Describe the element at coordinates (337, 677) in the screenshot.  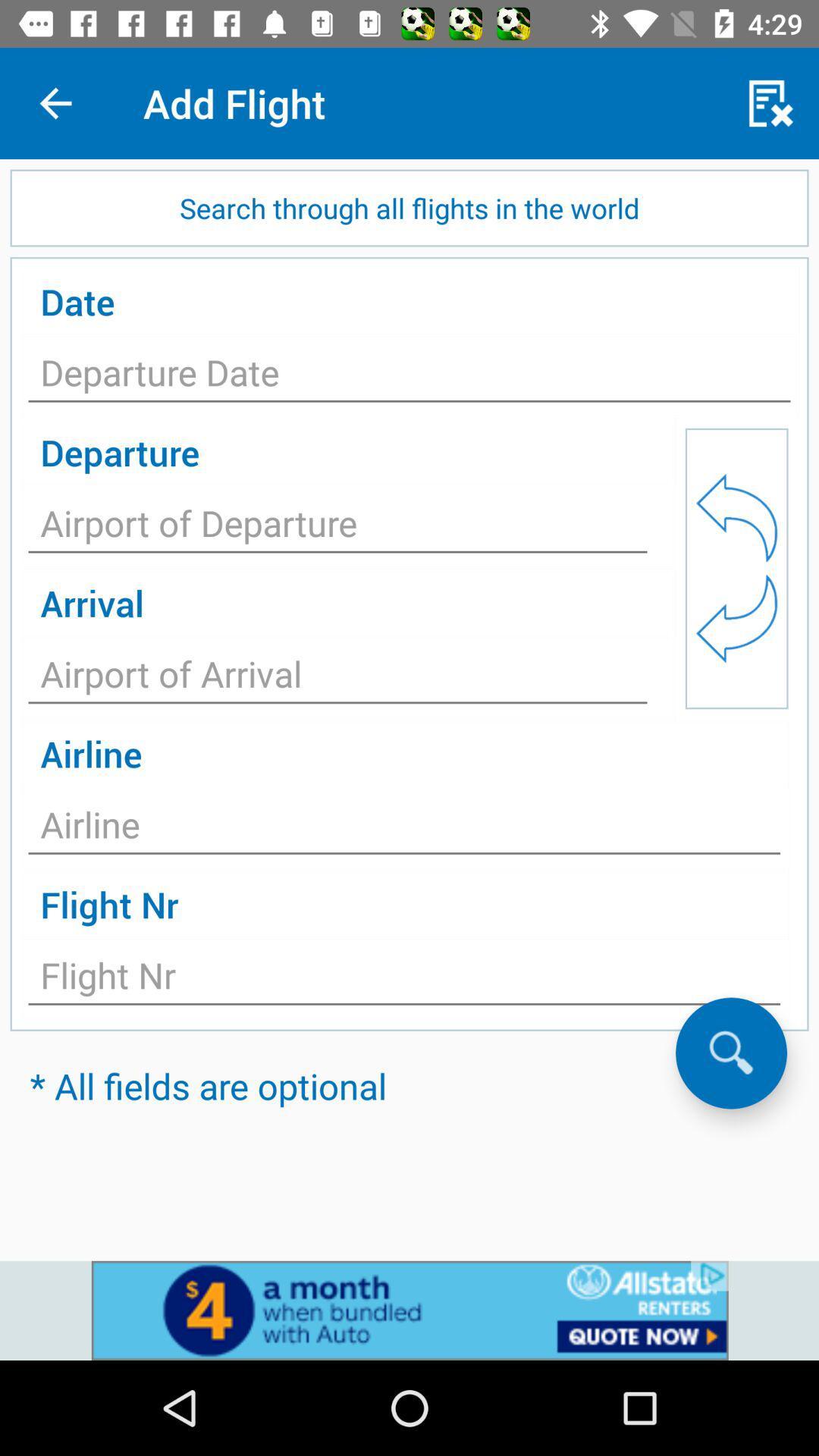
I see `insert airport of arrival` at that location.